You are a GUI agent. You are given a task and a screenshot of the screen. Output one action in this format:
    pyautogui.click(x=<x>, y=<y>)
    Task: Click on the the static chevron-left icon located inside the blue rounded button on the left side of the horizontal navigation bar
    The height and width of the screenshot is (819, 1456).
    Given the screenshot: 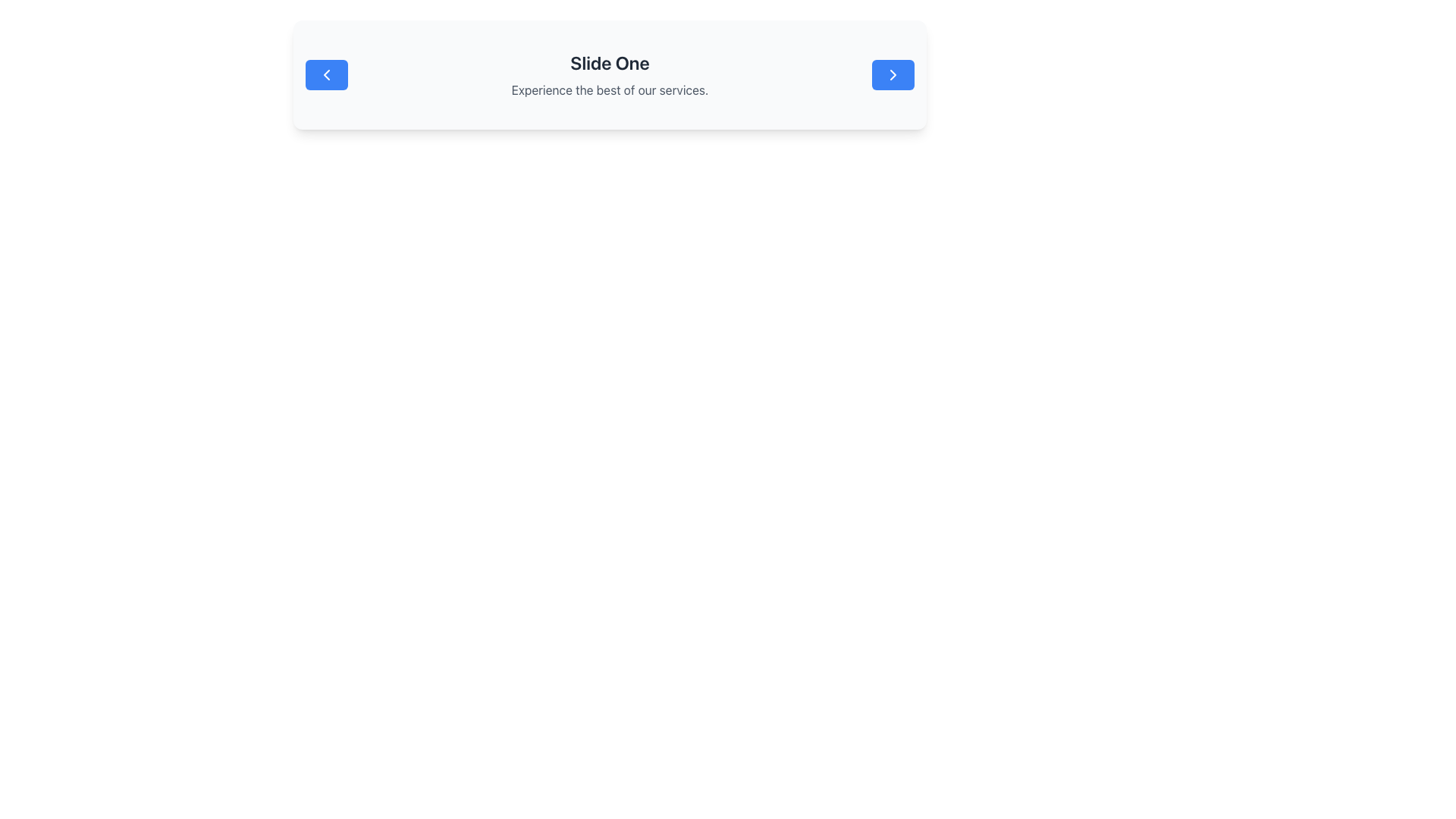 What is the action you would take?
    pyautogui.click(x=326, y=75)
    